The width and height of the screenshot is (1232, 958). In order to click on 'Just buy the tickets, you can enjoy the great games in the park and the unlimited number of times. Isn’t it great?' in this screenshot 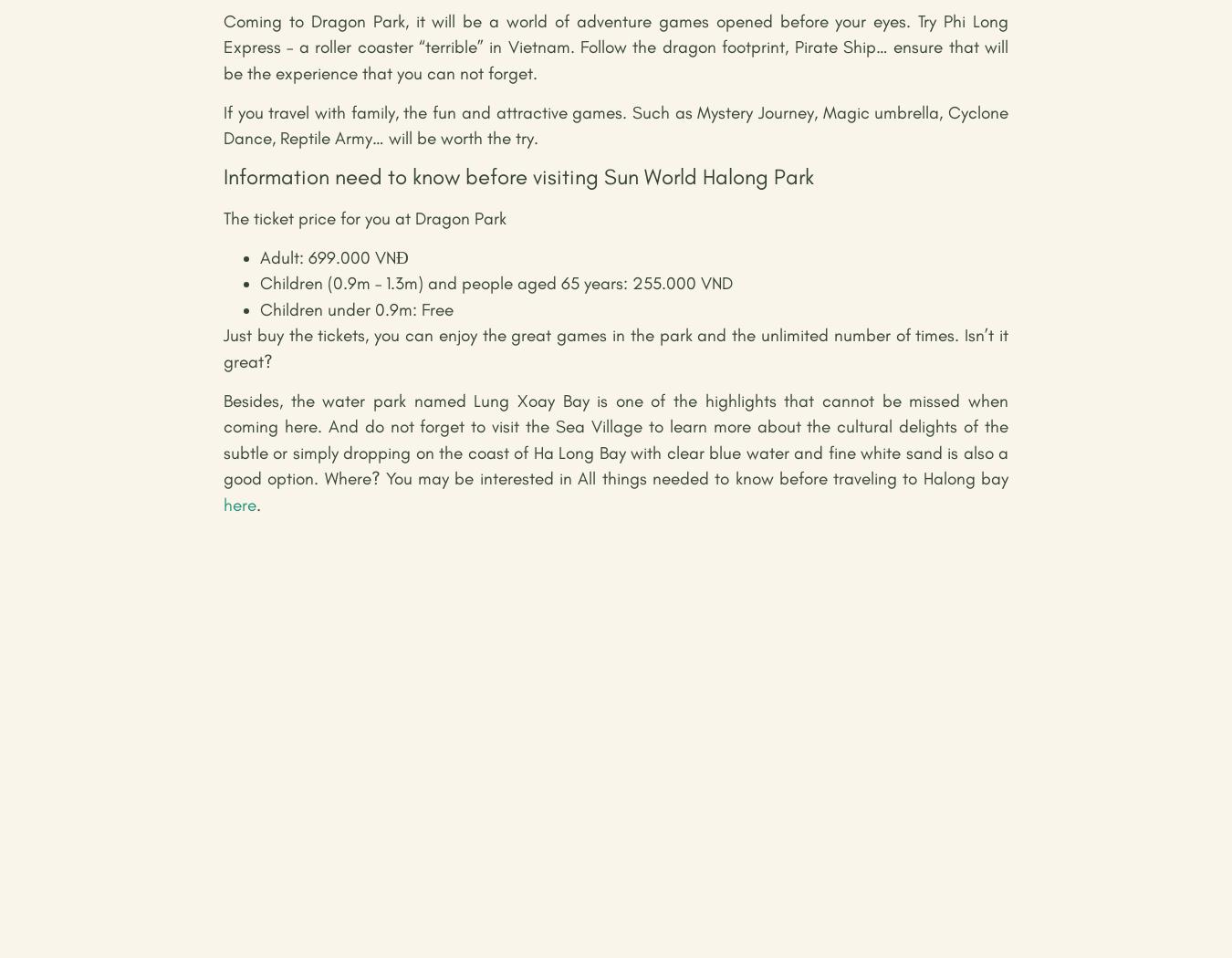, I will do `click(223, 348)`.